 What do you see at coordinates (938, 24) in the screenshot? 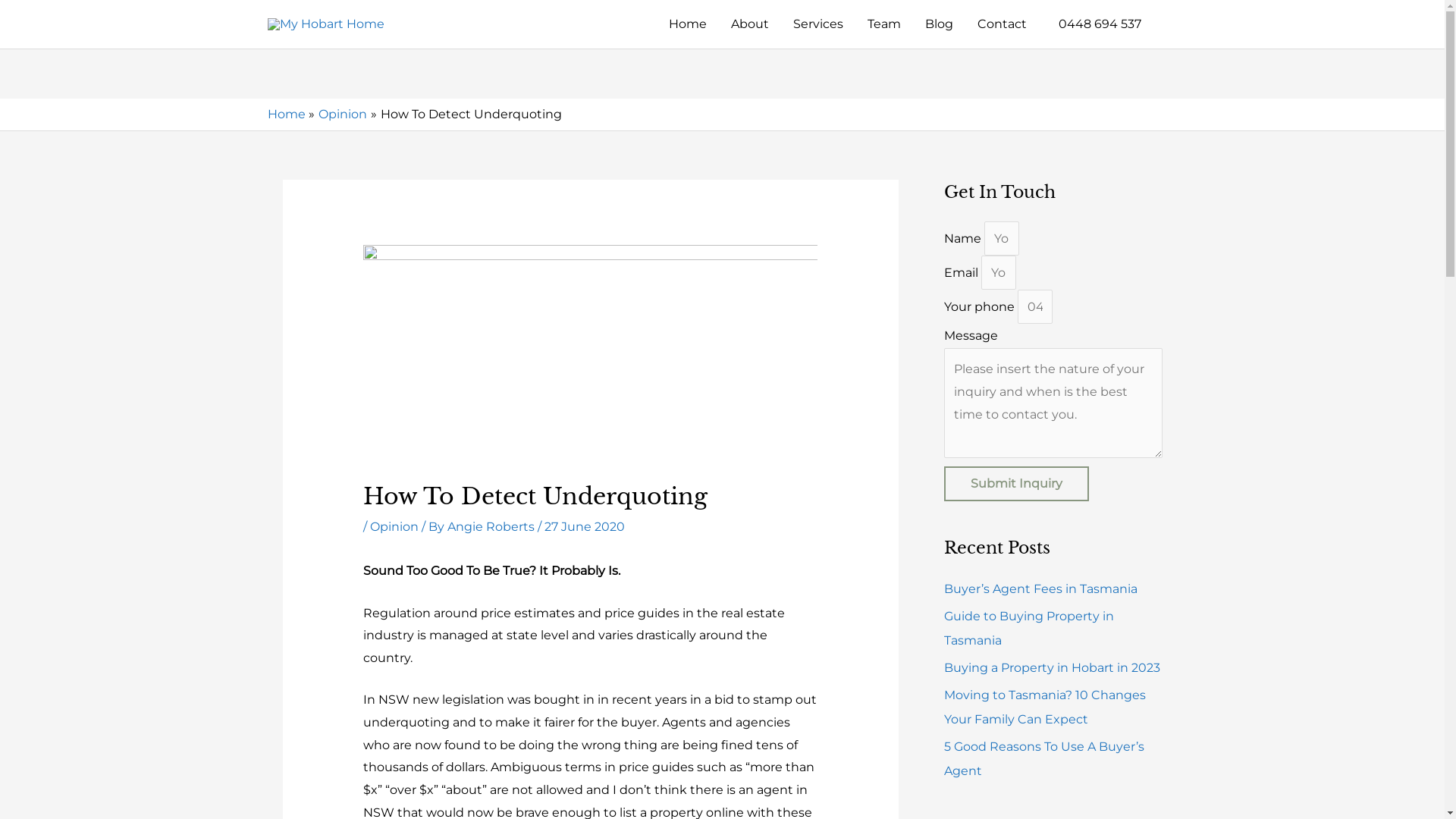
I see `'Blog'` at bounding box center [938, 24].